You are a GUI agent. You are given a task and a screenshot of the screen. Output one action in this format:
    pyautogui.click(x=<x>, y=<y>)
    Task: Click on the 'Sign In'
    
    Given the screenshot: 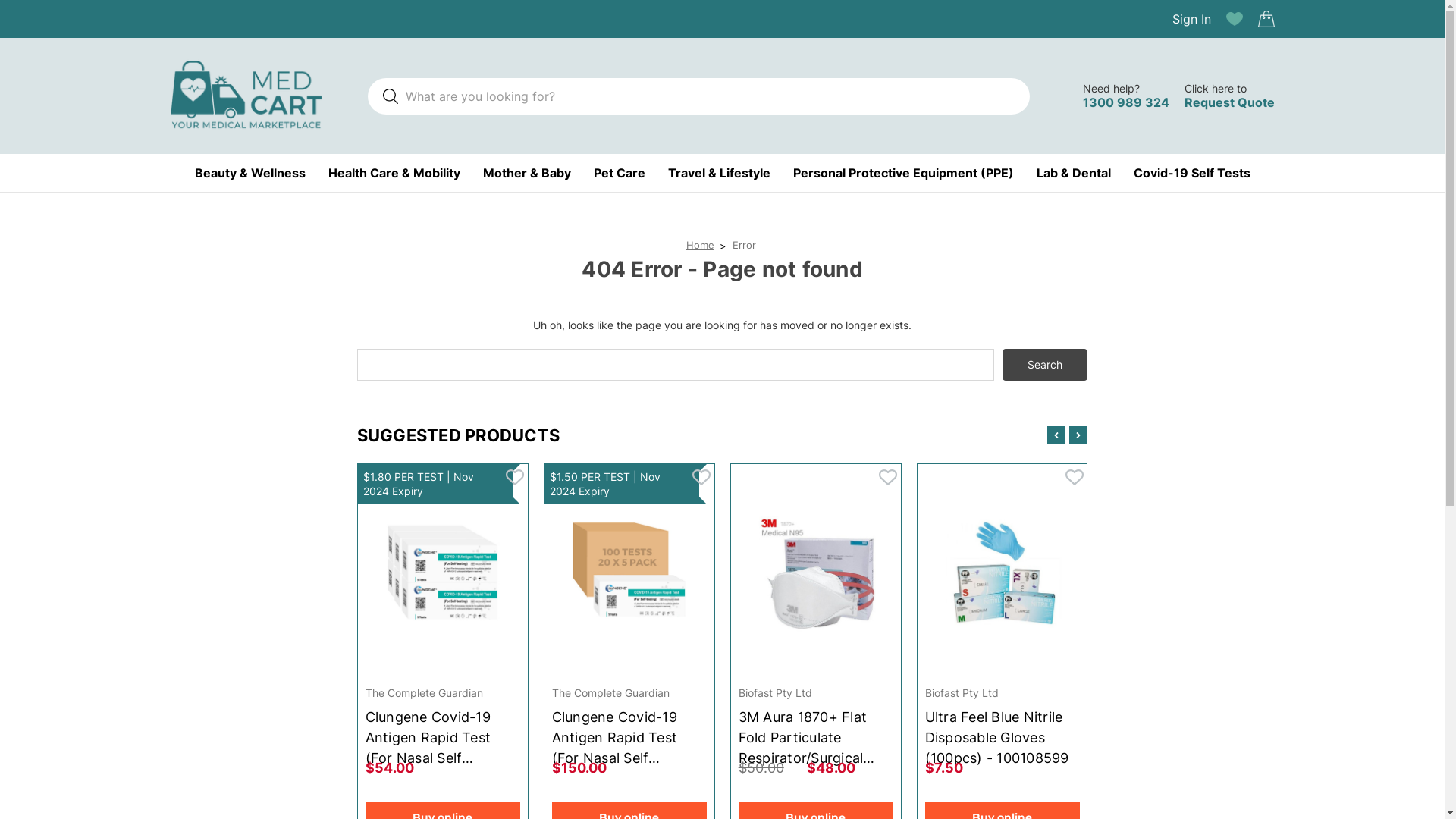 What is the action you would take?
    pyautogui.click(x=1171, y=18)
    